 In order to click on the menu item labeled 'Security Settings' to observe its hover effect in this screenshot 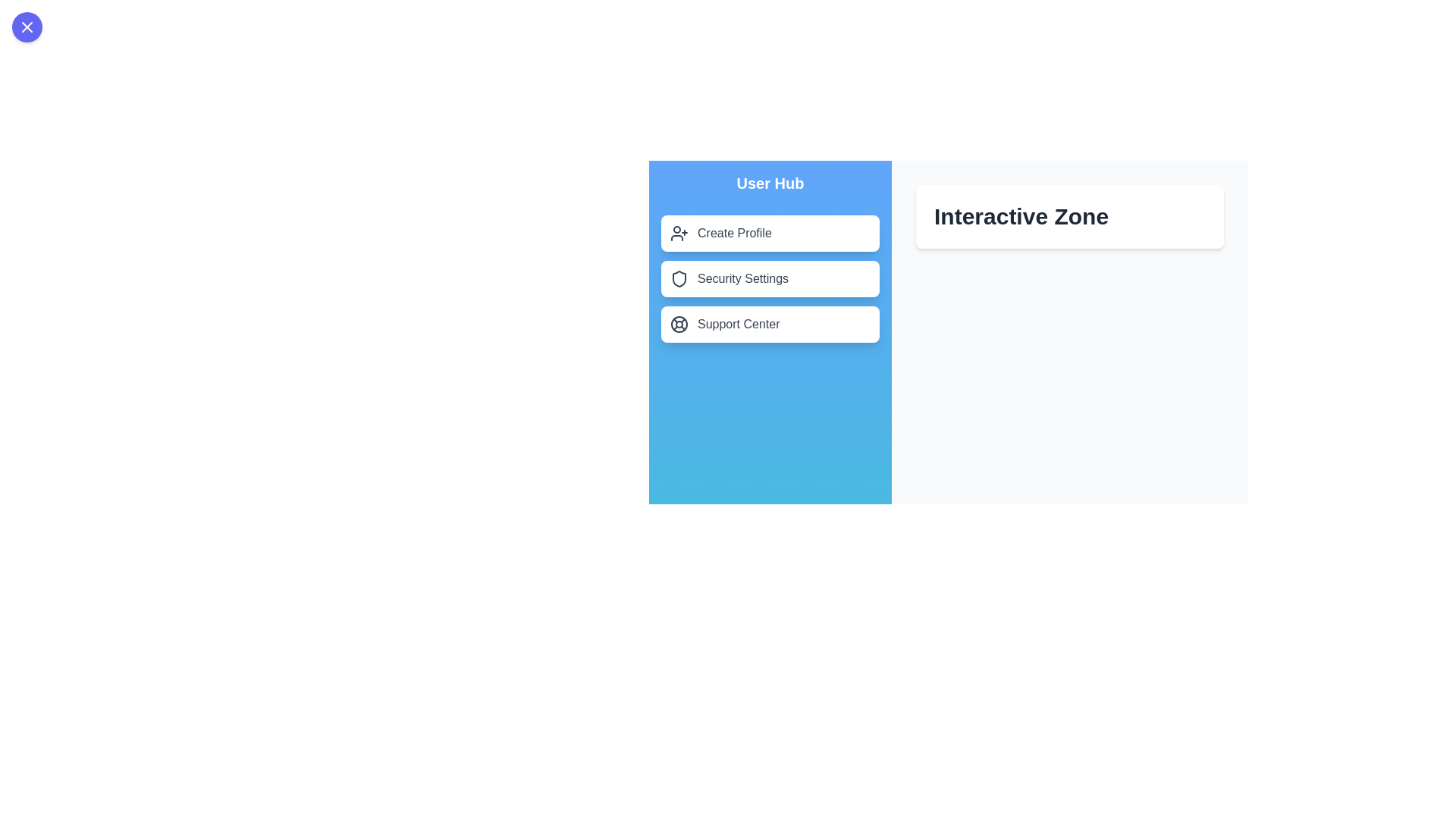, I will do `click(770, 278)`.